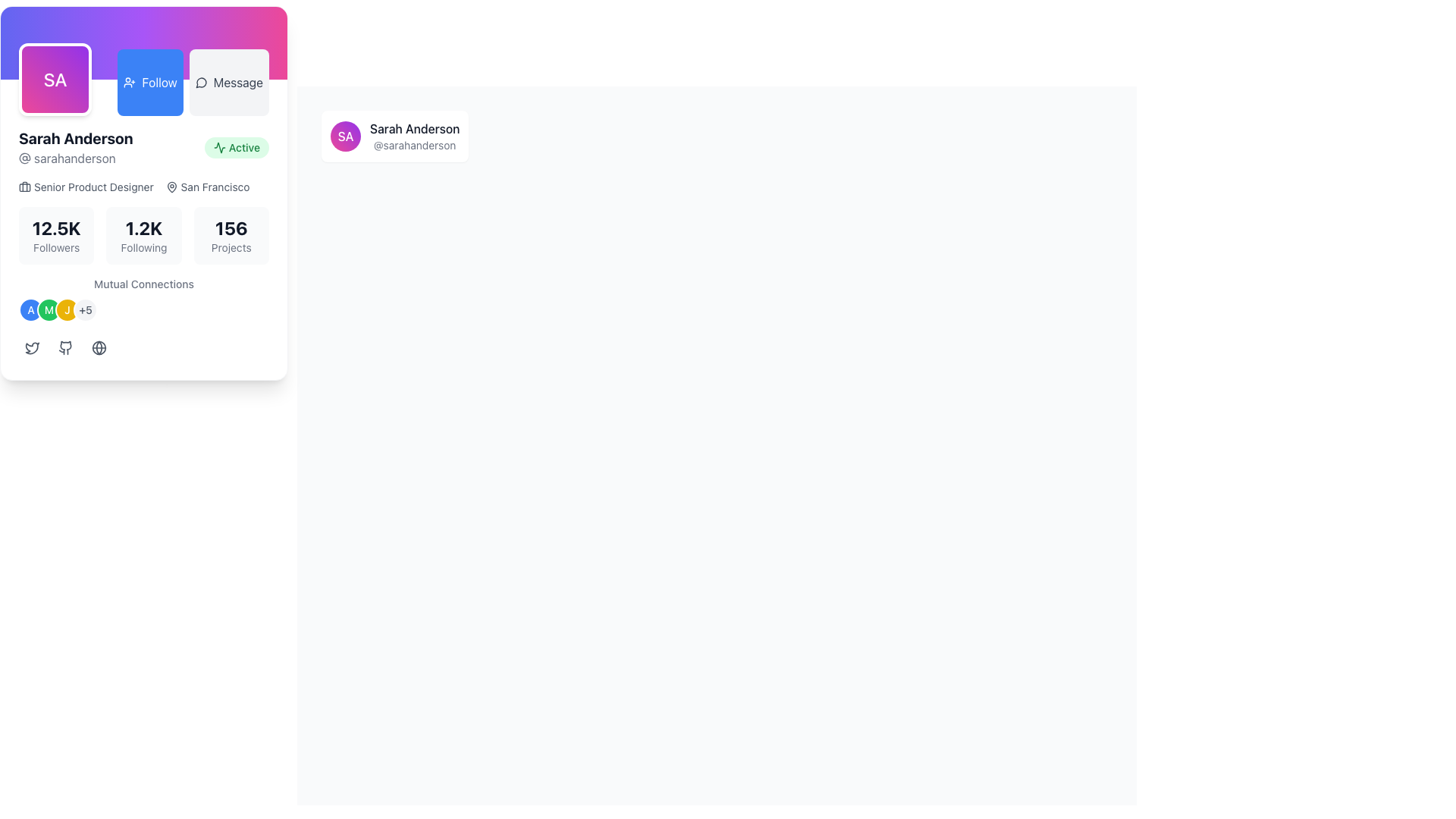 Image resolution: width=1456 pixels, height=819 pixels. What do you see at coordinates (64, 348) in the screenshot?
I see `the GitHub logo icon located at the center of the bottom left section of the main profile card` at bounding box center [64, 348].